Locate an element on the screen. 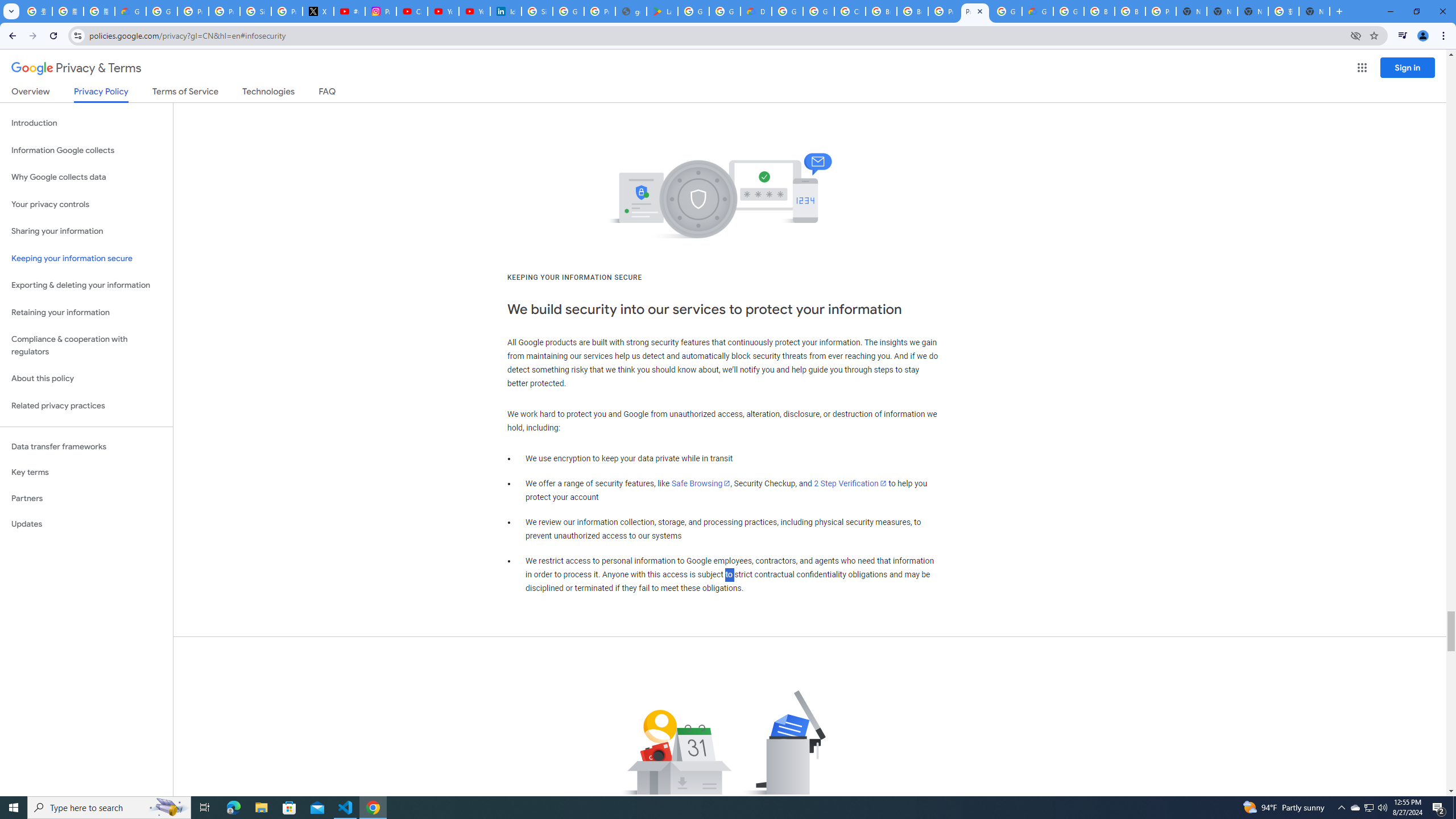  'Privacy Policy' is located at coordinates (100, 94).